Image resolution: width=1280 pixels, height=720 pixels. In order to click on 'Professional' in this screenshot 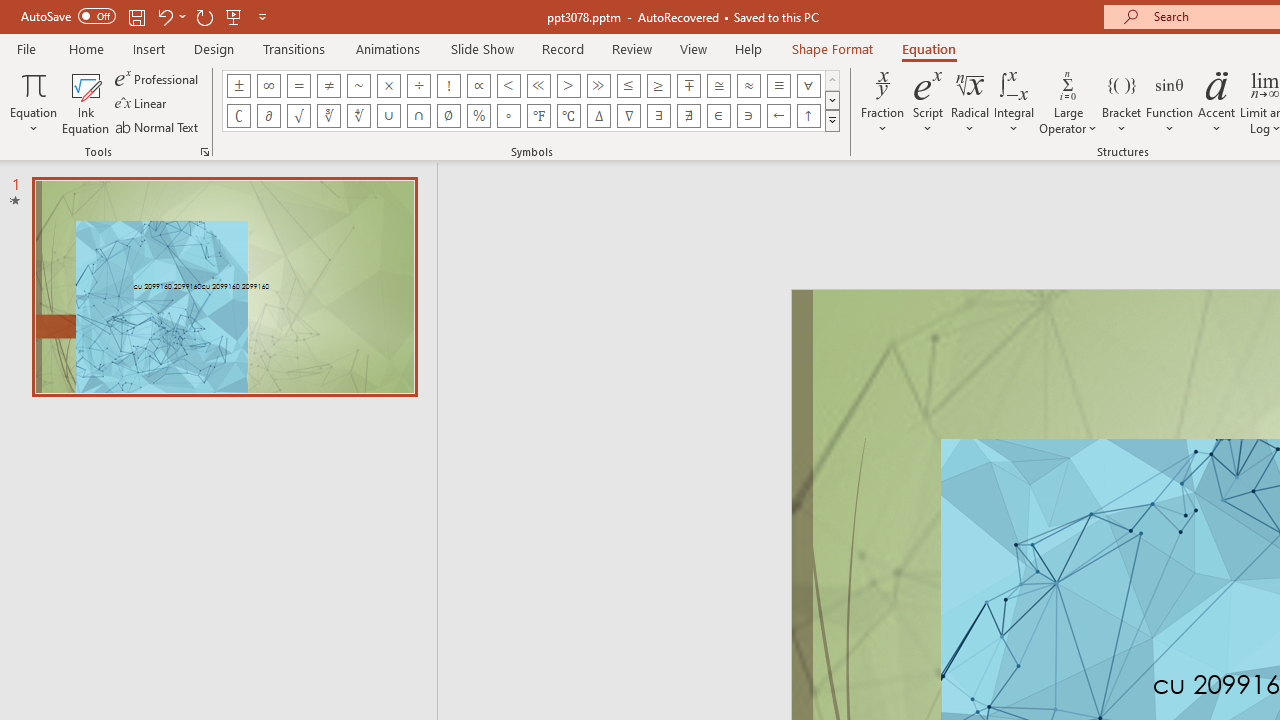, I will do `click(157, 78)`.